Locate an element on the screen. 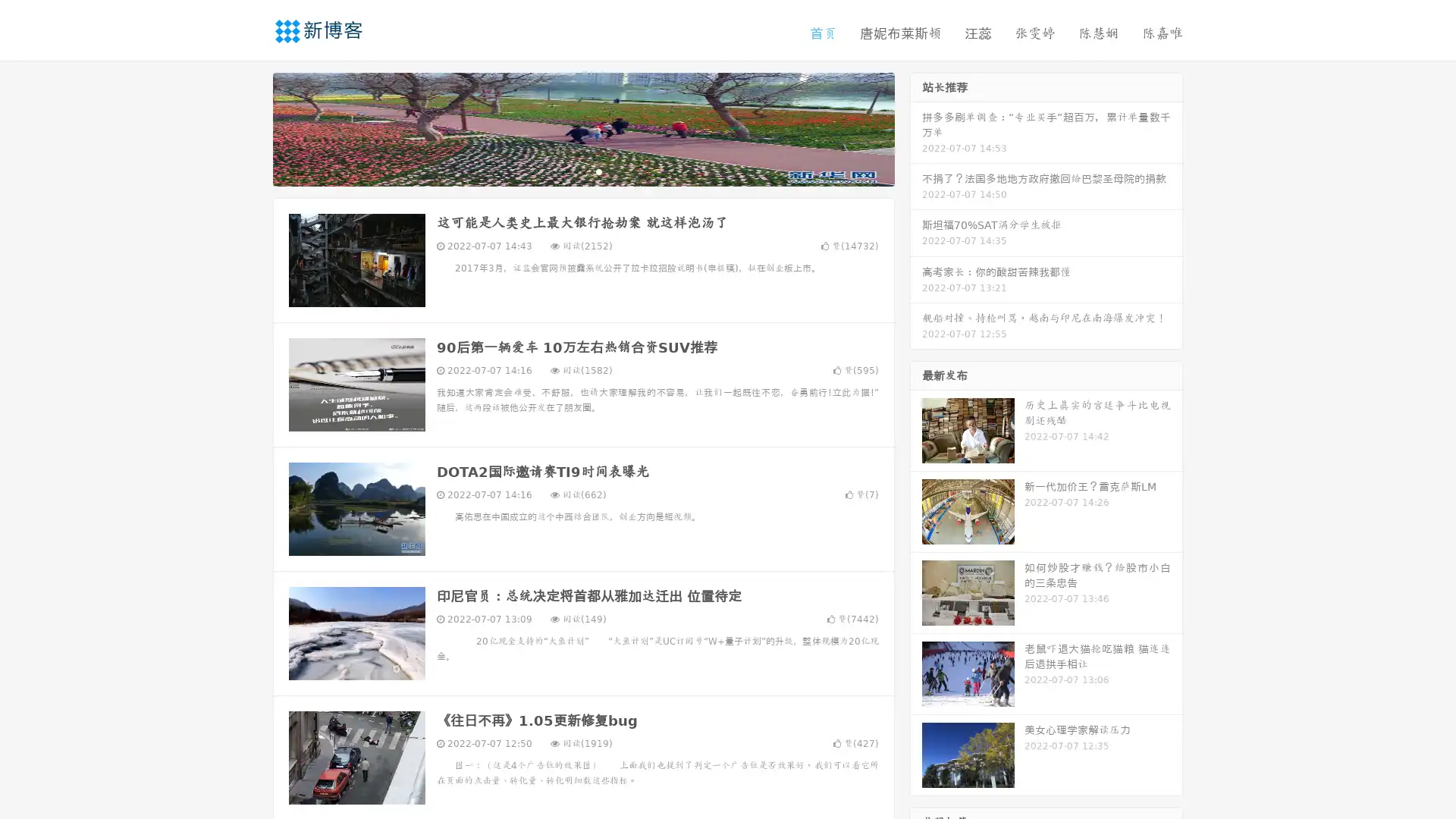 This screenshot has height=819, width=1456. Go to slide 3 is located at coordinates (598, 171).